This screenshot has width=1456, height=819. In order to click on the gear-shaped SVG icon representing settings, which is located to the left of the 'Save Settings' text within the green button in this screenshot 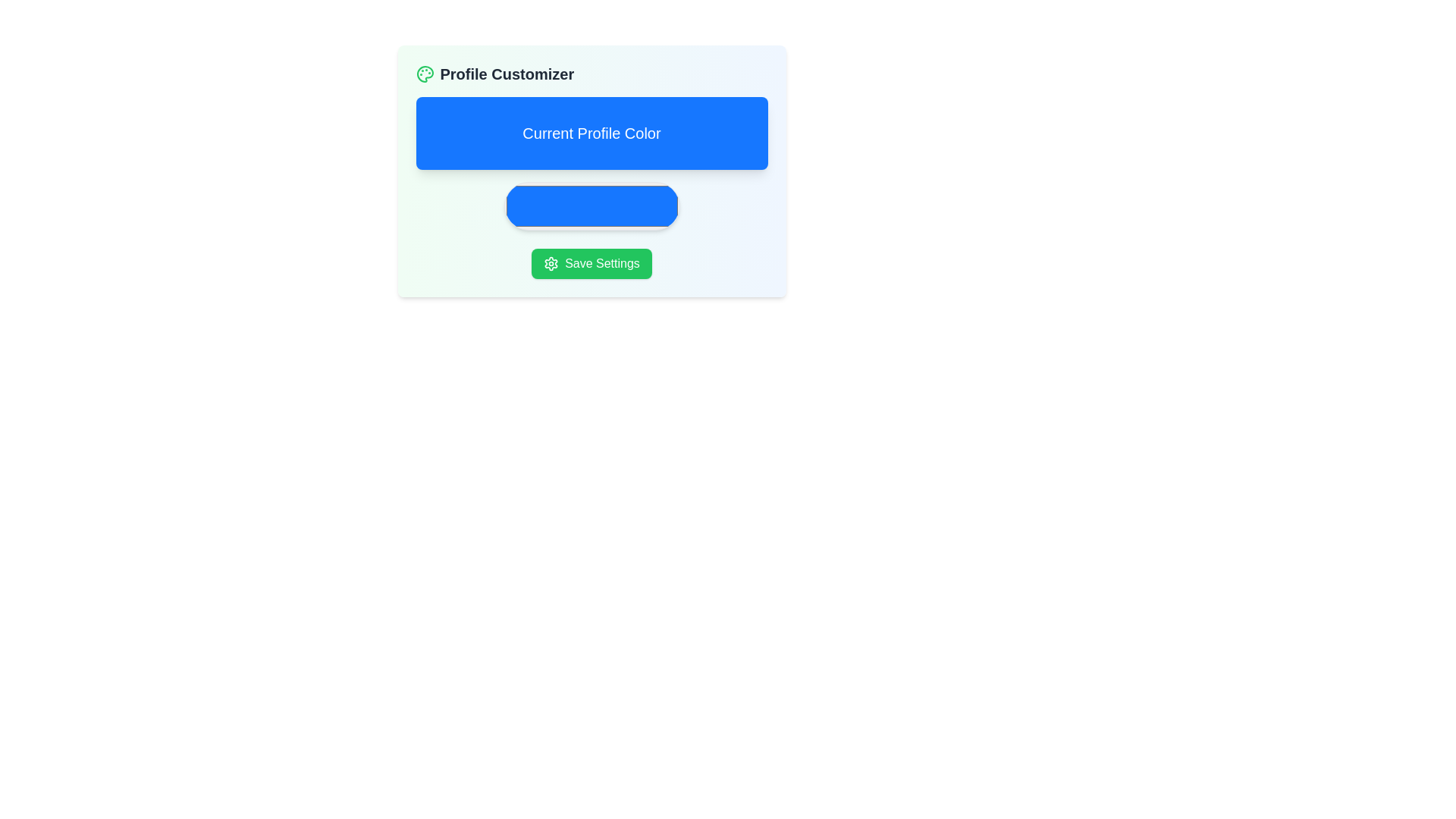, I will do `click(551, 262)`.